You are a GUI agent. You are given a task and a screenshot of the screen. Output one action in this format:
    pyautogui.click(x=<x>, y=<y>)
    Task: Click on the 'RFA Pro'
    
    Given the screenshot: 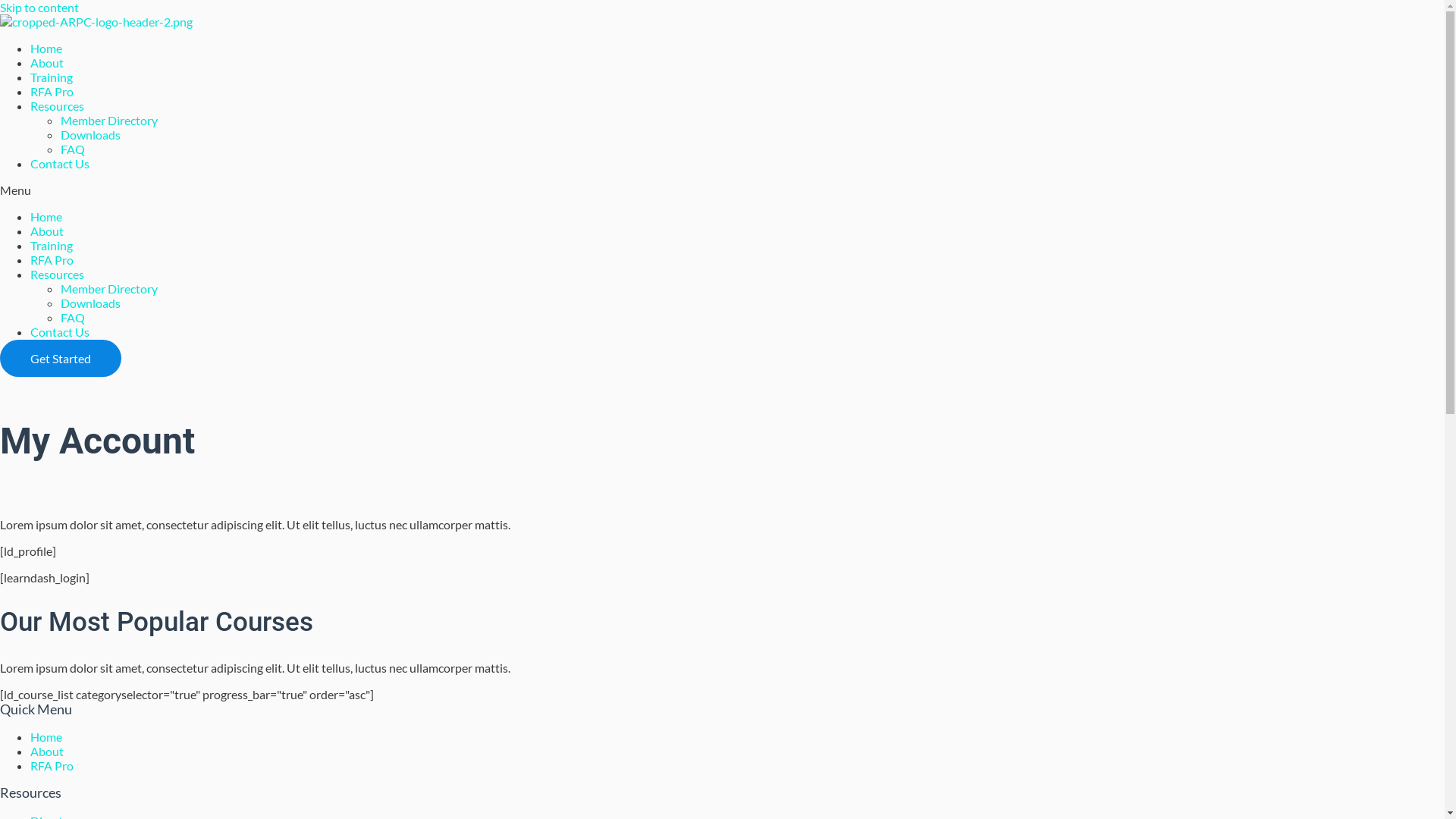 What is the action you would take?
    pyautogui.click(x=52, y=91)
    